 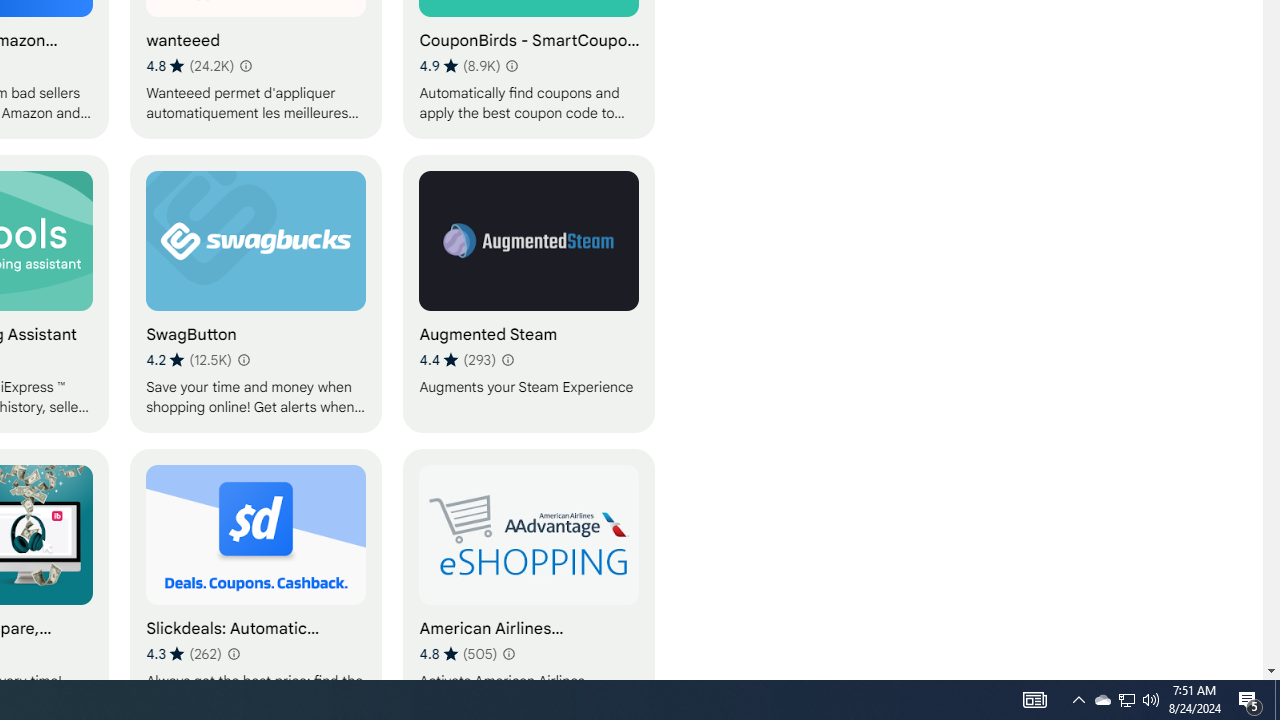 I want to click on 'Learn more about results and reviews "wanteeed"', so click(x=244, y=64).